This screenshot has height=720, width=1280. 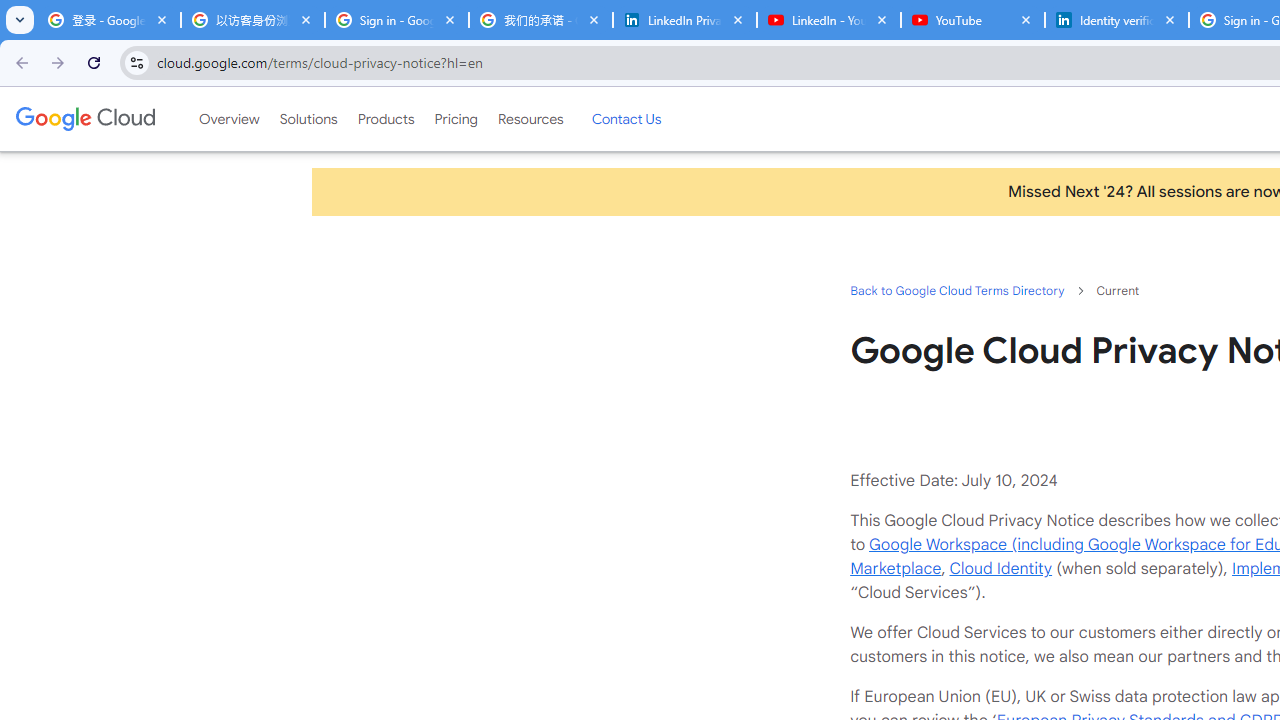 What do you see at coordinates (972, 20) in the screenshot?
I see `'YouTube'` at bounding box center [972, 20].